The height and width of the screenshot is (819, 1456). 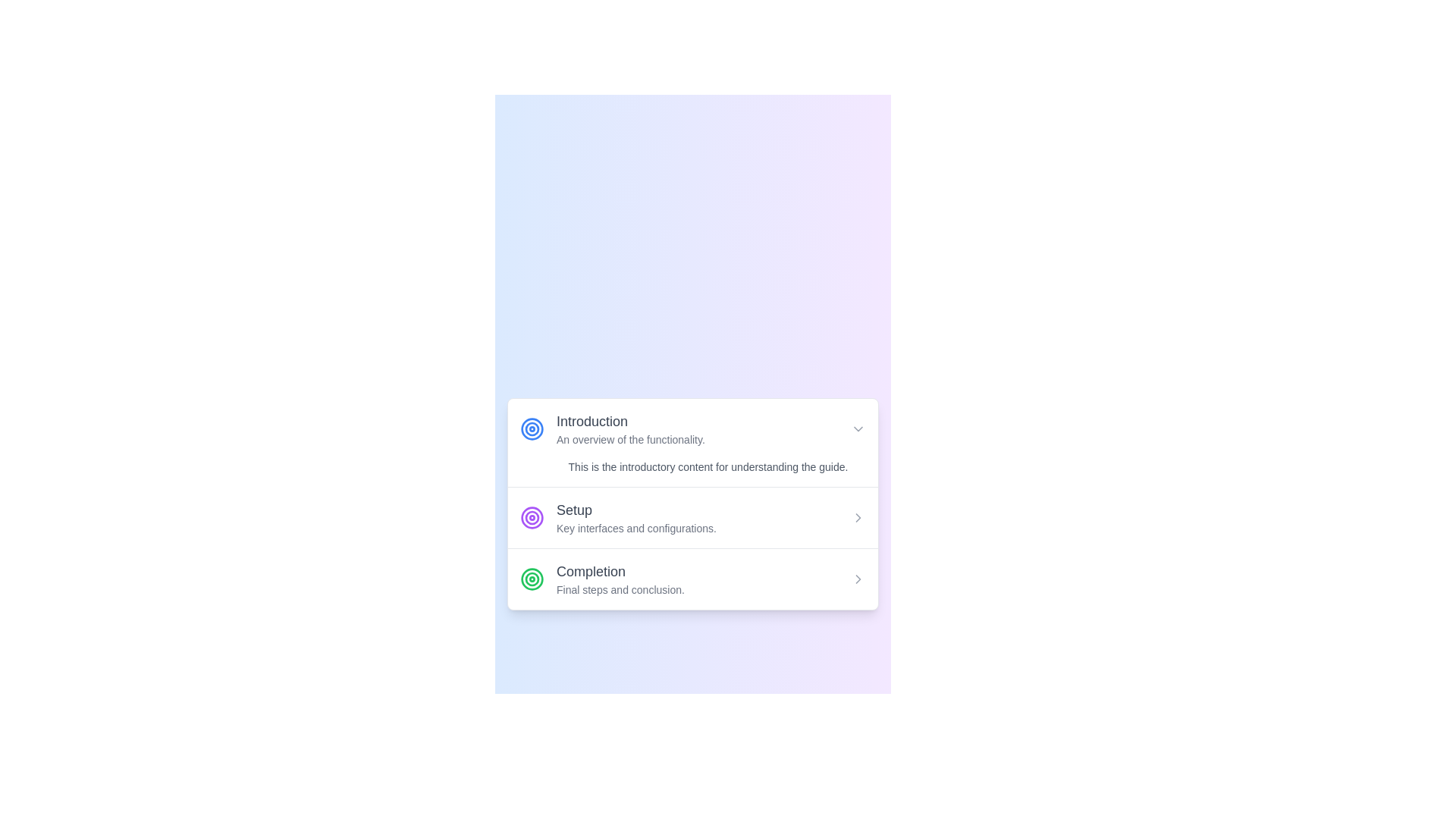 I want to click on descriptive text label located directly under the 'Setup' heading, which provides additional details about the section, so click(x=636, y=528).